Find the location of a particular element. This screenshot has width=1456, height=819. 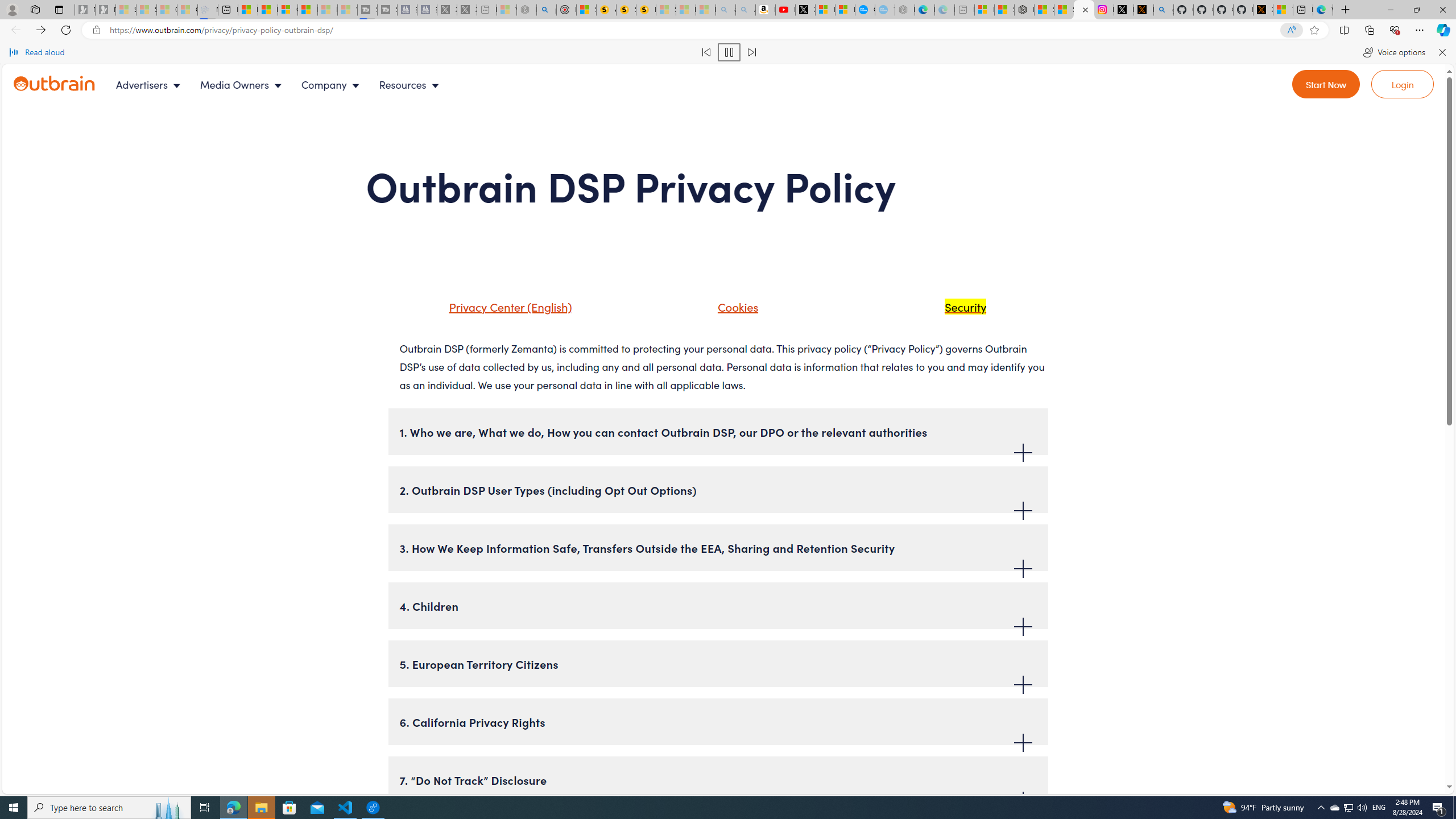

'Shanghai, China Weather trends | Microsoft Weather' is located at coordinates (1064, 9).